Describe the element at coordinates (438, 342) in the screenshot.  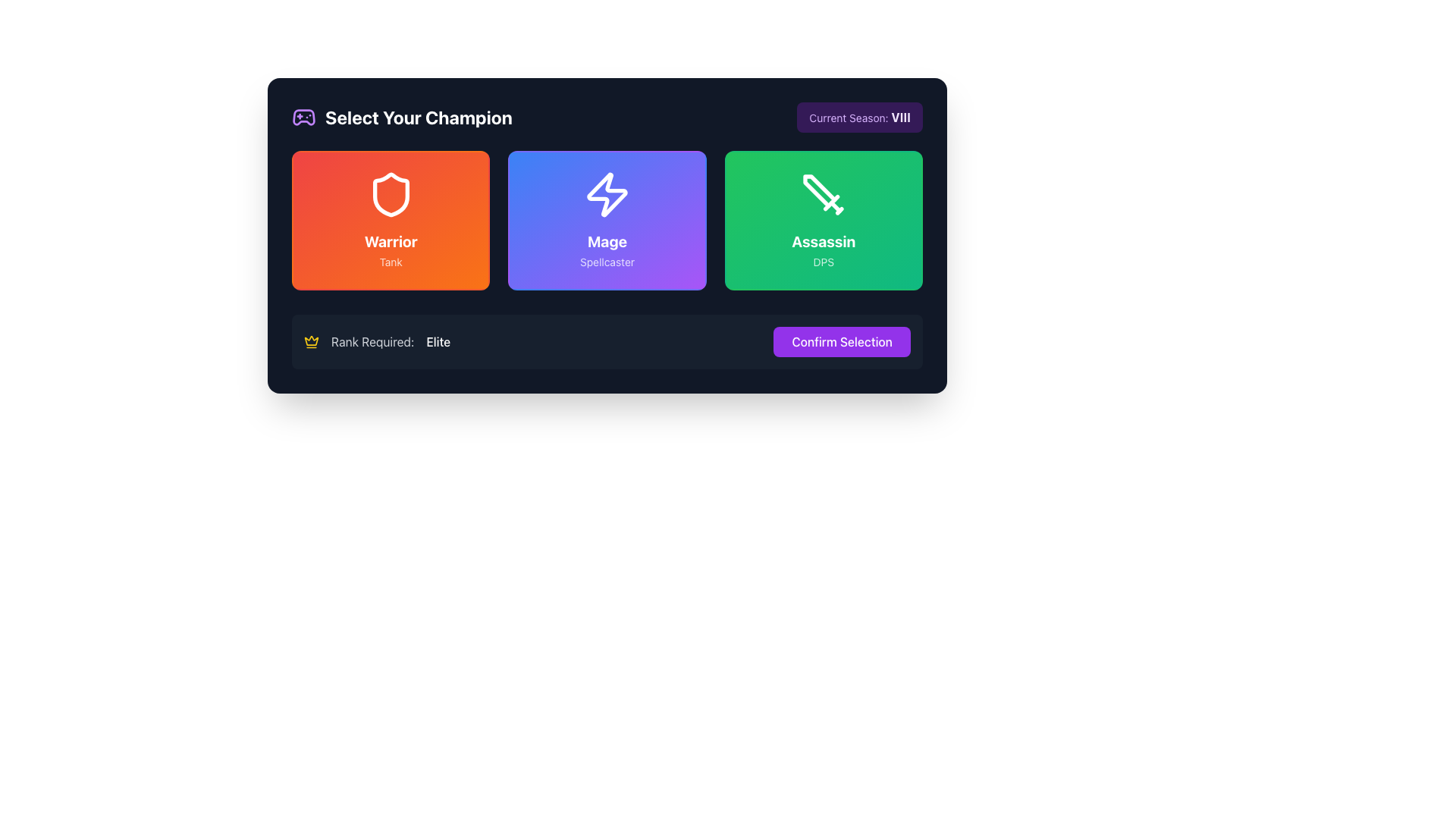
I see `the 'Elite' rank requirement text label located at the bottom-right of the 'Rank Required:' group` at that location.